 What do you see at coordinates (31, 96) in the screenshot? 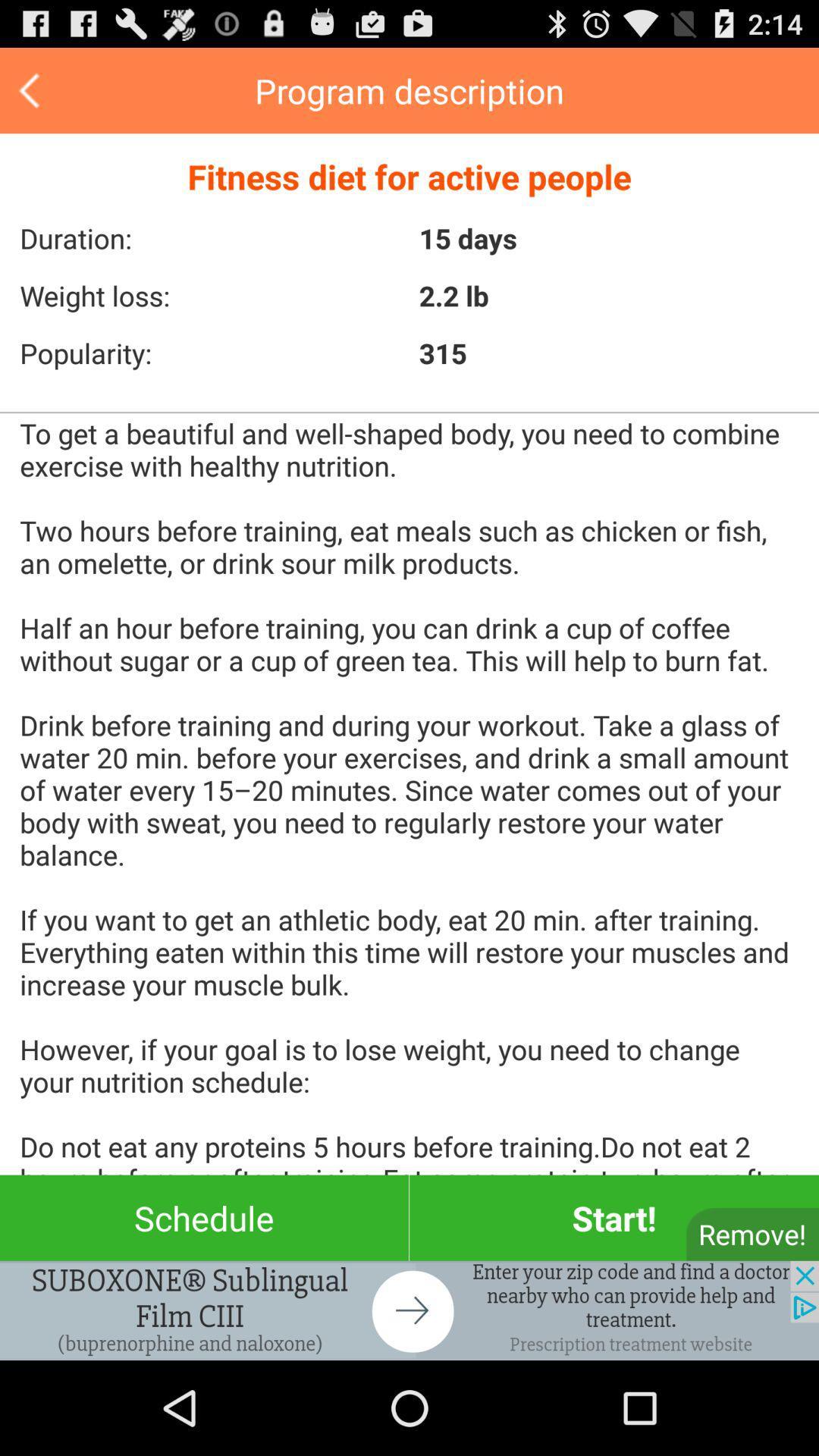
I see `the arrow_backward icon` at bounding box center [31, 96].